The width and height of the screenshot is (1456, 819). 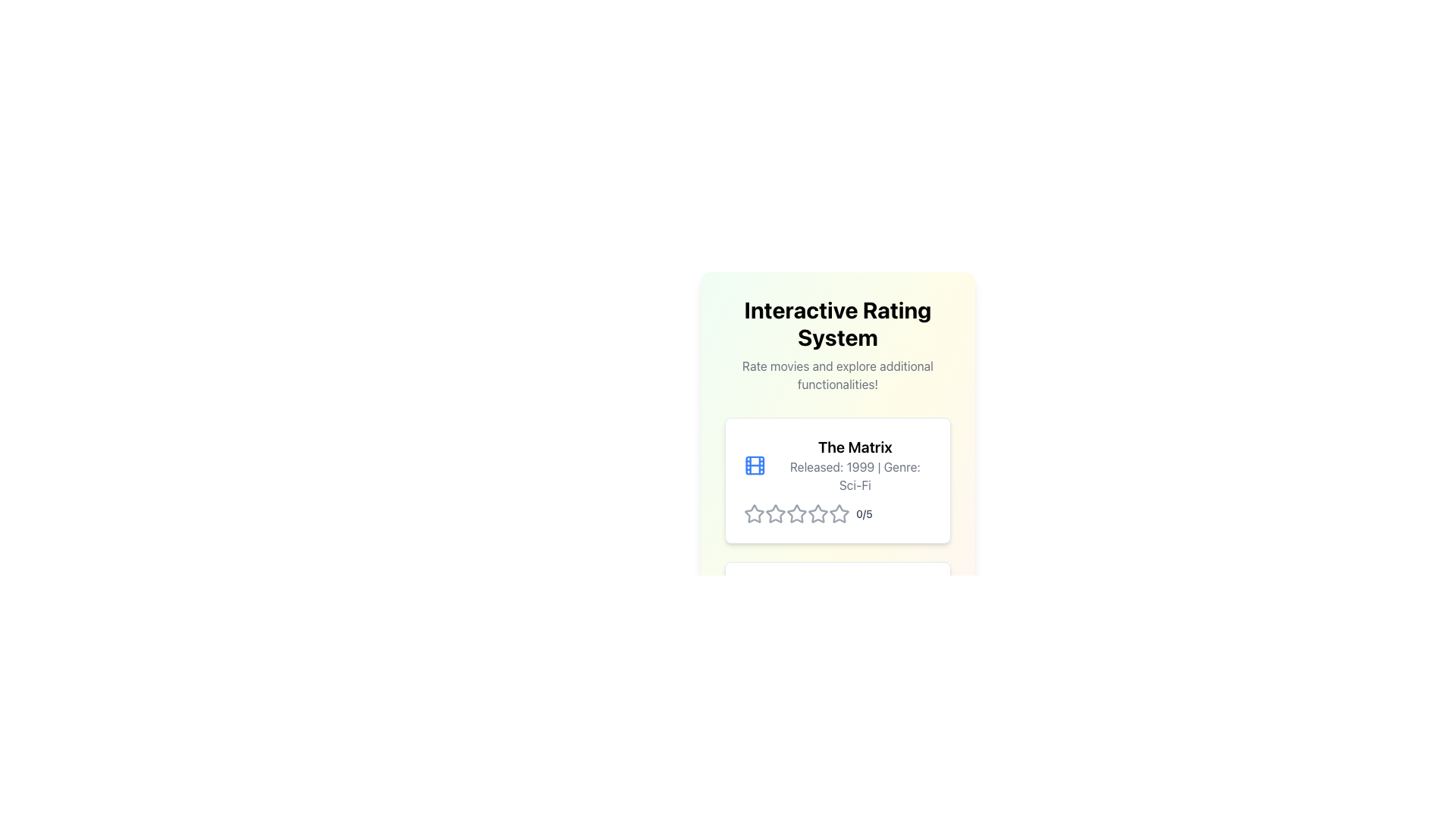 I want to click on the small rectangle with rounded corners that is part of the film frame icon, located to the left of the text 'The Matrix', so click(x=755, y=464).